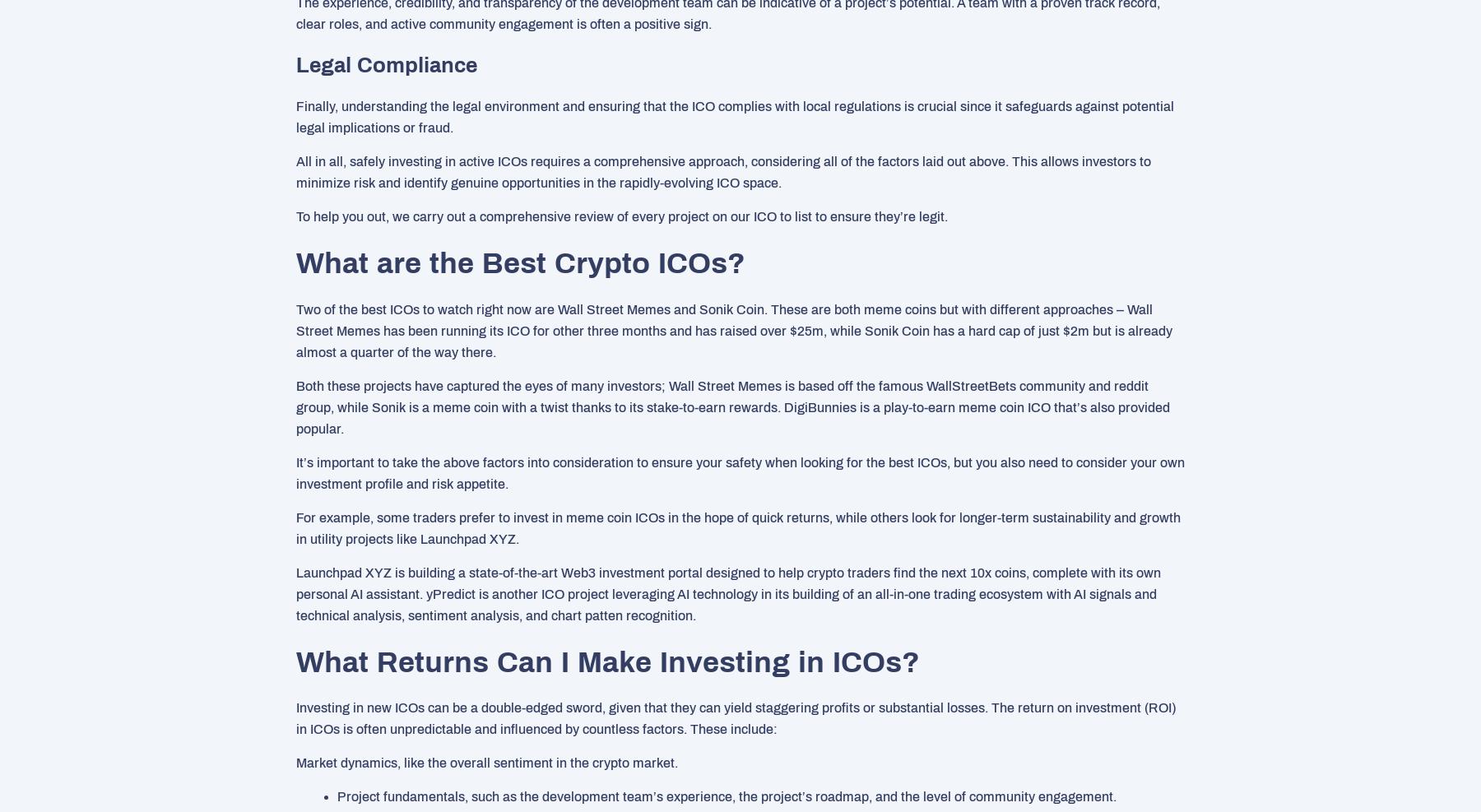 The image size is (1481, 812). Describe the element at coordinates (735, 116) in the screenshot. I see `'Finally, understanding the legal environment and ensuring that the ICO complies with local regulations is crucial since it safeguards against potential legal implications or fraud.'` at that location.